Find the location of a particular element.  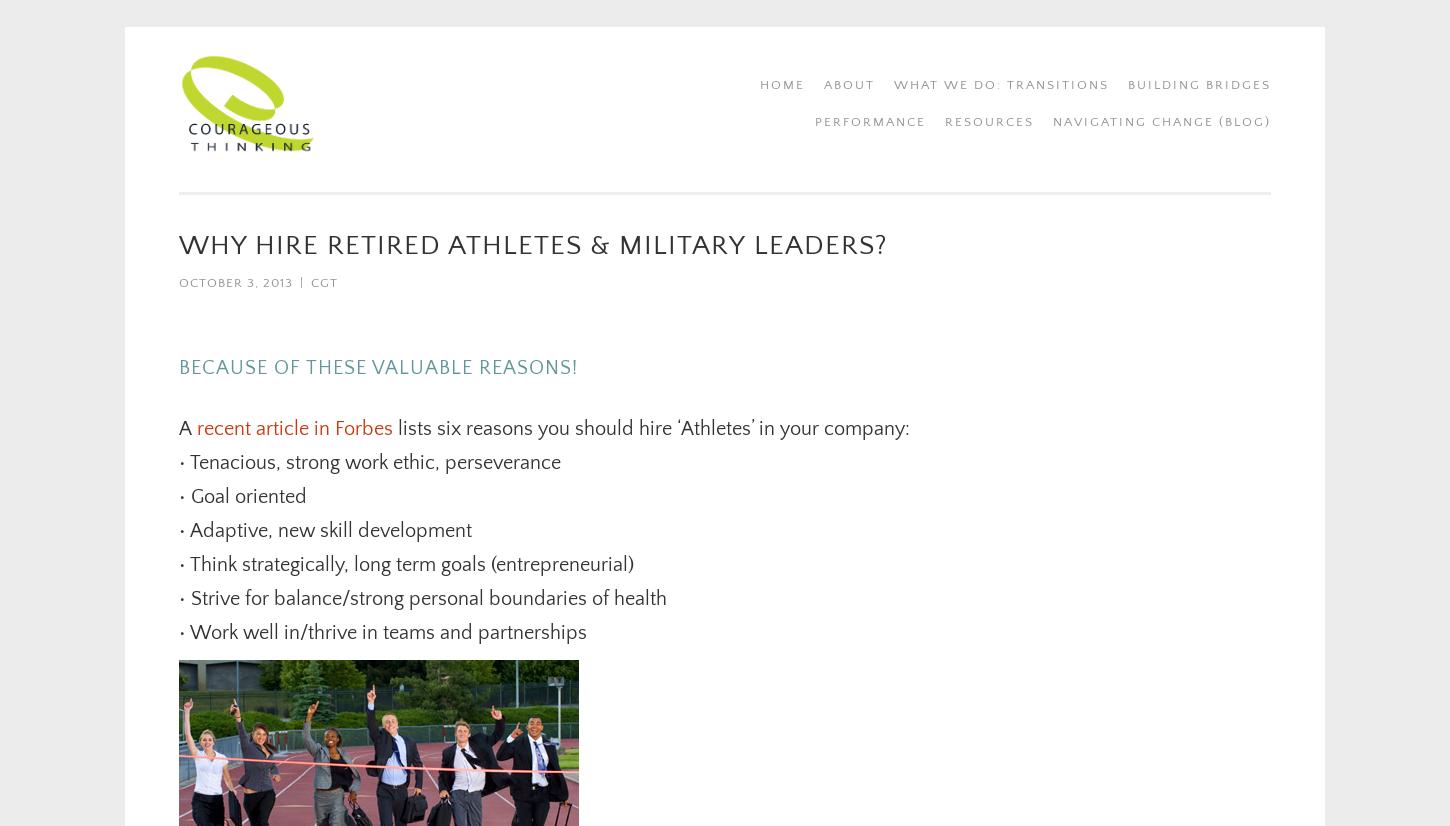

'Courageous Thinking' is located at coordinates (434, 81).